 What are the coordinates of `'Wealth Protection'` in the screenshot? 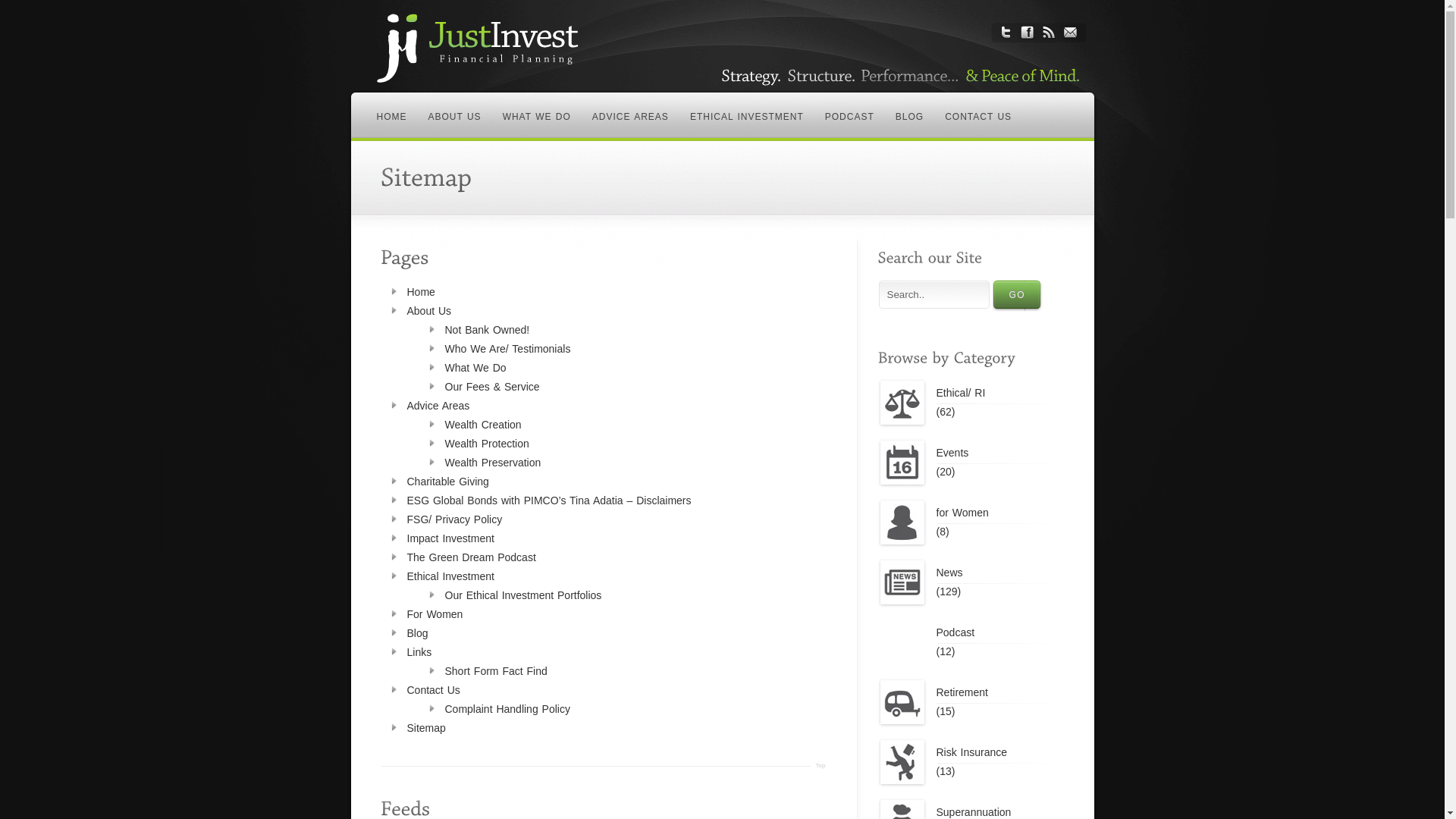 It's located at (486, 444).